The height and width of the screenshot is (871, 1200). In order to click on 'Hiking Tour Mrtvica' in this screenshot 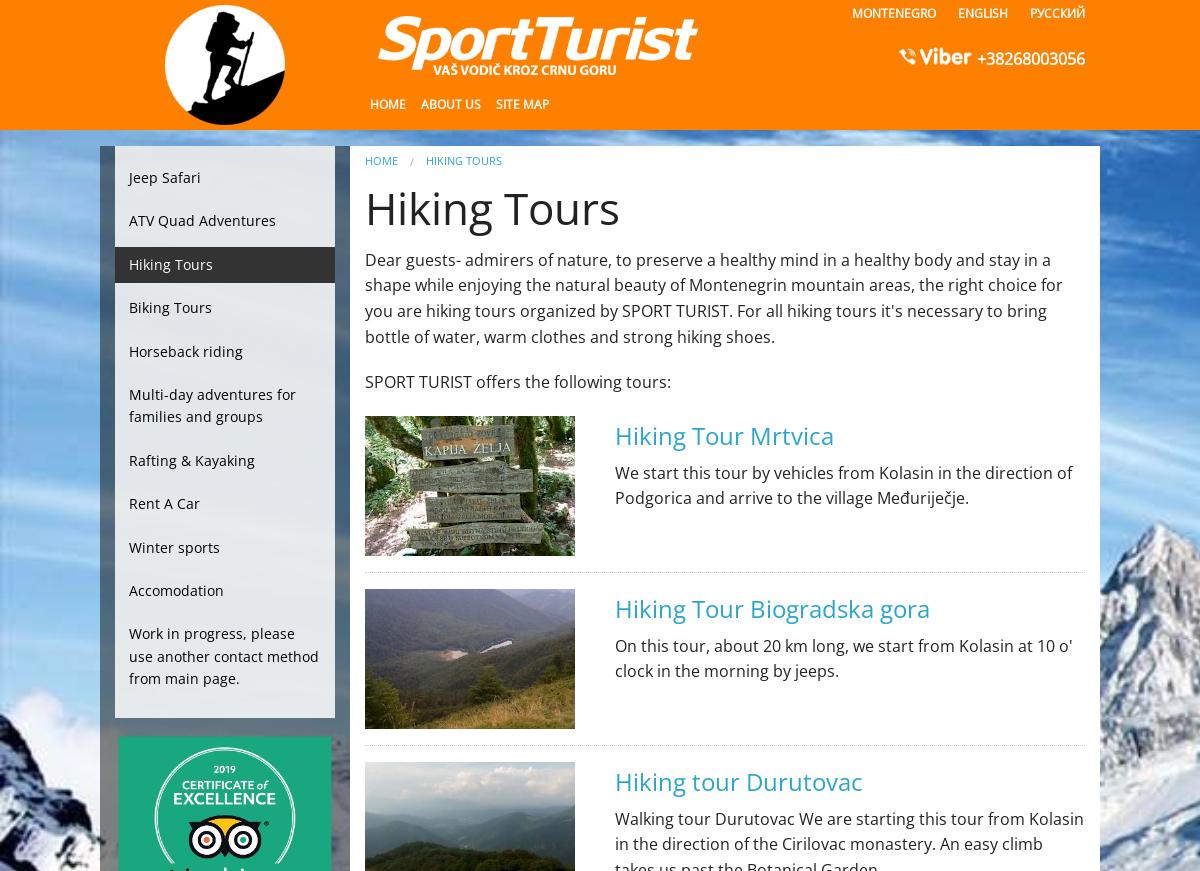, I will do `click(615, 433)`.